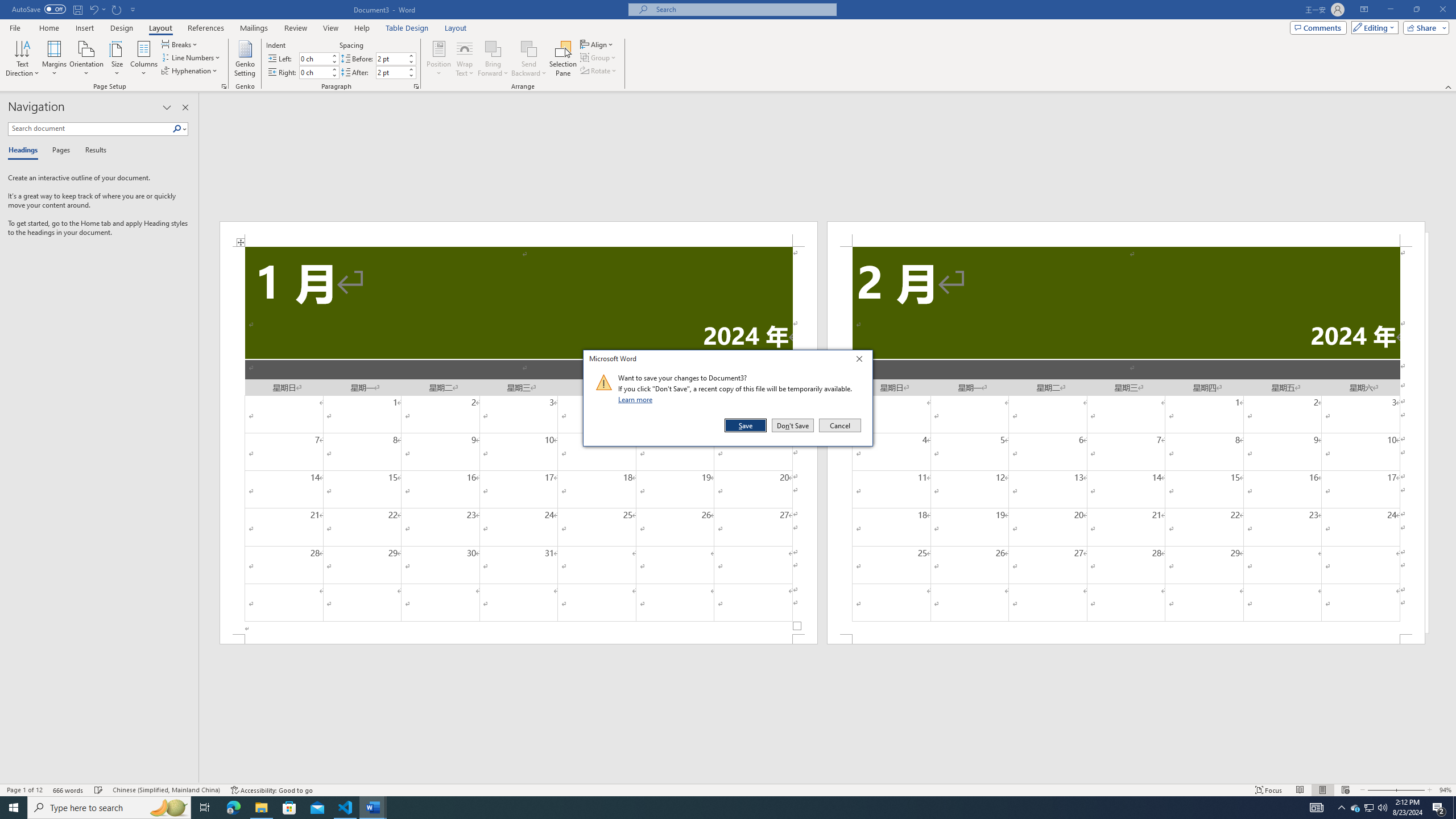 This screenshot has height=819, width=1456. Describe the element at coordinates (464, 59) in the screenshot. I see `'Wrap Text'` at that location.